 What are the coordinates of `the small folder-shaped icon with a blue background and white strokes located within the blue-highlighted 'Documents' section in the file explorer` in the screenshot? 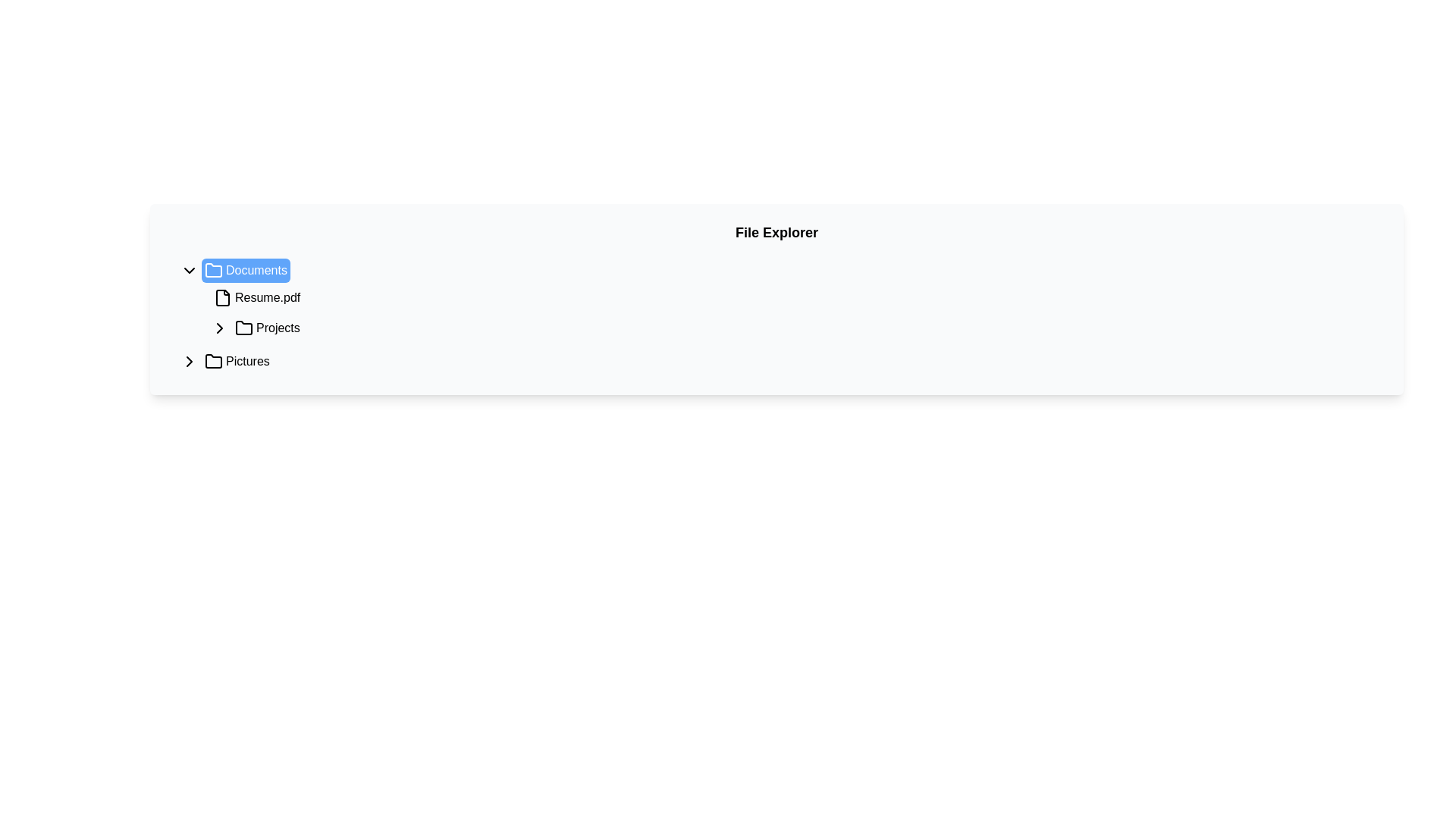 It's located at (213, 270).